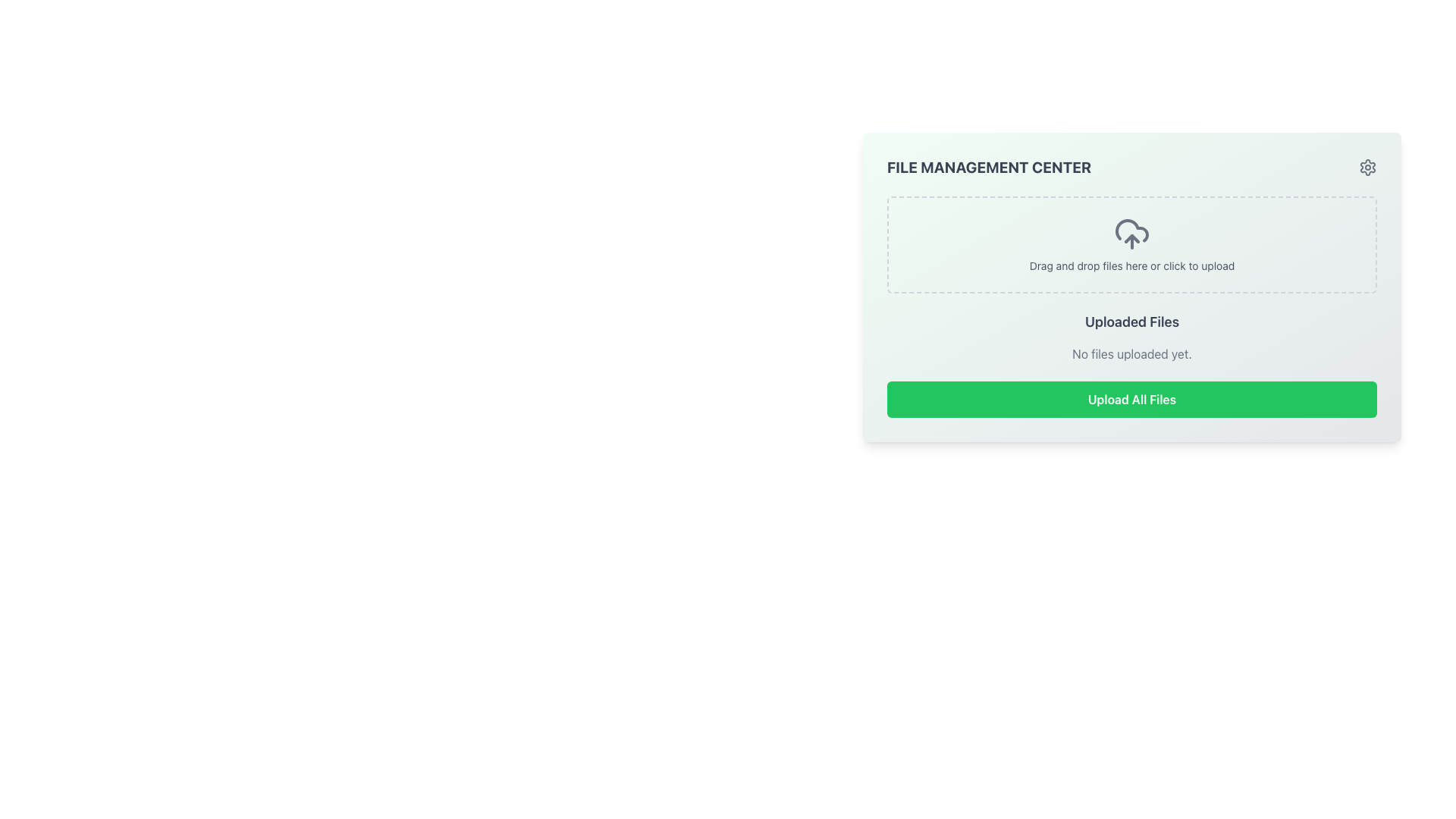 The width and height of the screenshot is (1456, 819). I want to click on the graphic of the upward arrow component of the upload icon, which is part of a cloud-shaped design, so click(1131, 239).